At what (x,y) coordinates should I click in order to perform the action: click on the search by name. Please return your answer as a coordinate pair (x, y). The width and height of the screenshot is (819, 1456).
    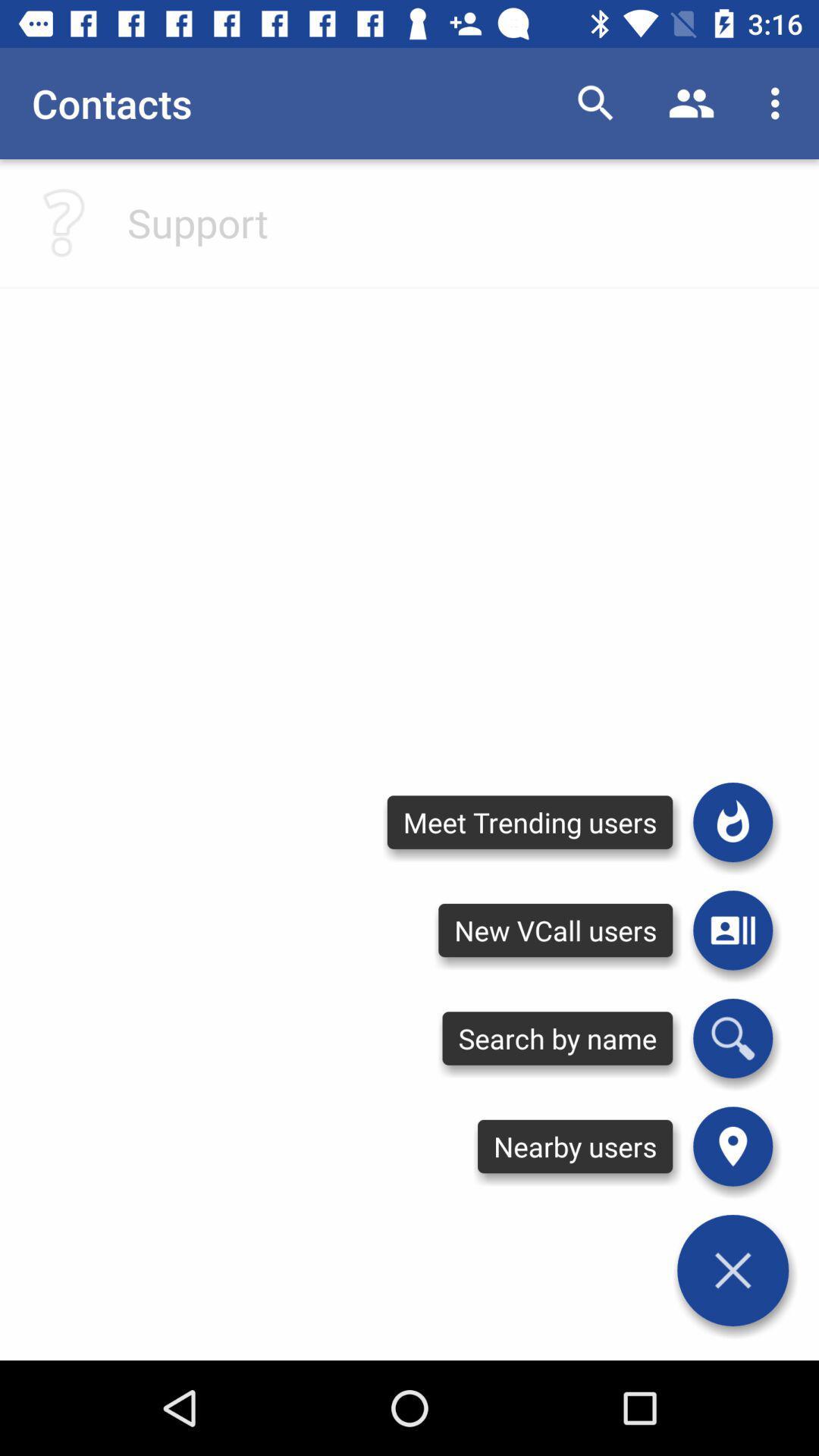
    Looking at the image, I should click on (557, 1037).